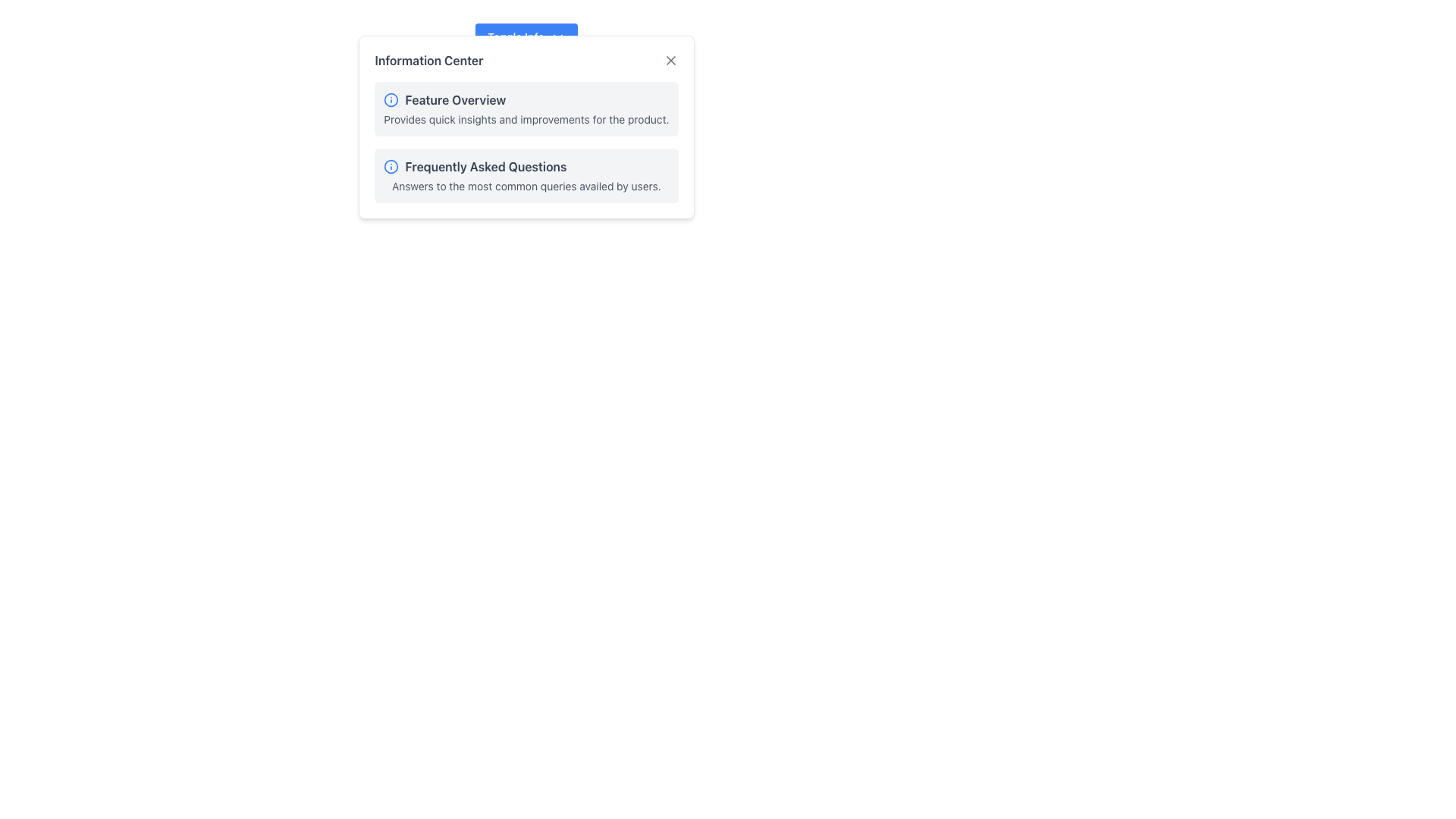  I want to click on the blue circular icon with an 'i' symbol, located to the left of the 'Feature Overview' text label in the 'Information Center' modal, so click(391, 99).